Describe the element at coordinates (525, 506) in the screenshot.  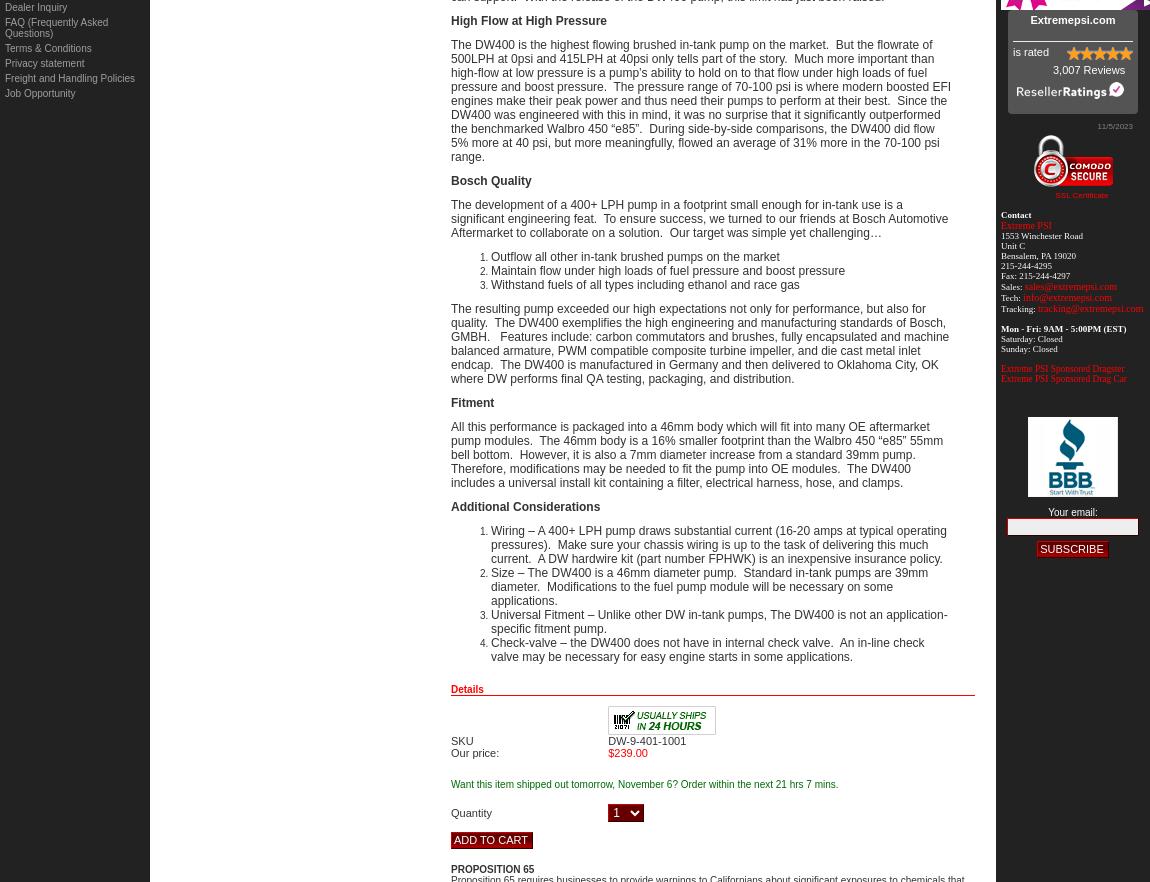
I see `'Additional Considerations'` at that location.